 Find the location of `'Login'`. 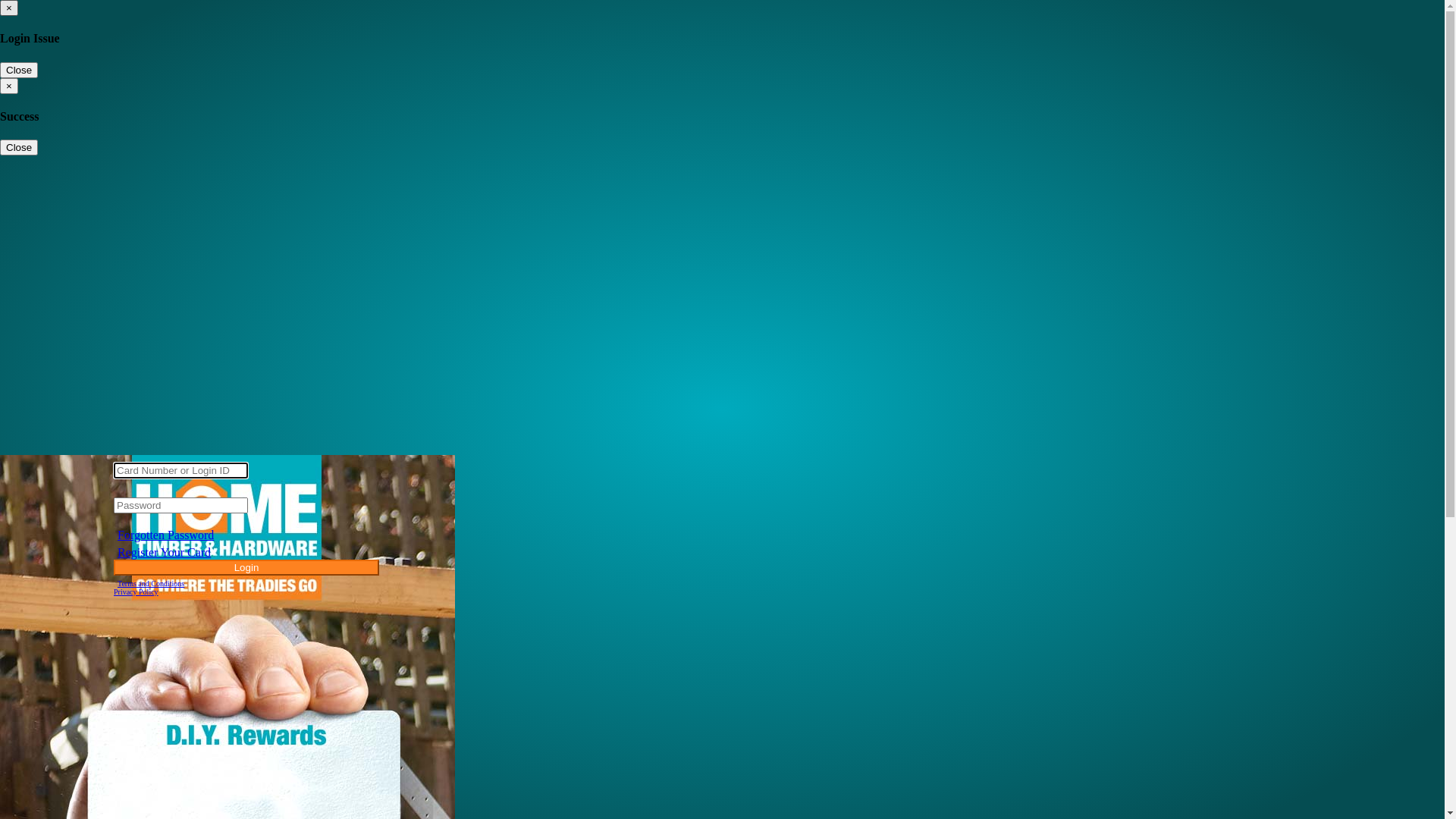

'Login' is located at coordinates (246, 567).